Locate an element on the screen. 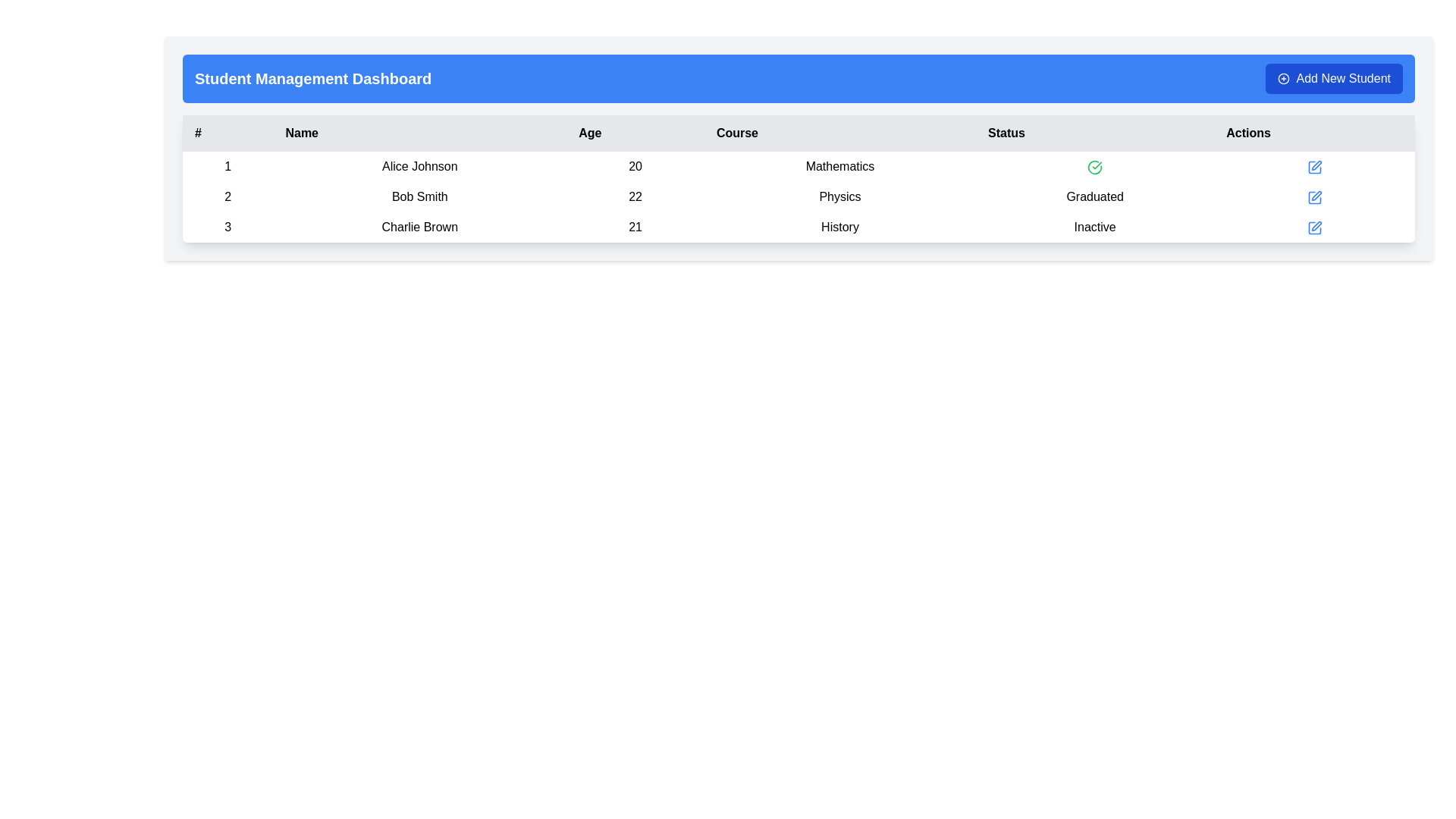  the text label in the first cell of the row containing 'Charlie Brown', which is the leftmost element under the header labeled '#' is located at coordinates (227, 227).